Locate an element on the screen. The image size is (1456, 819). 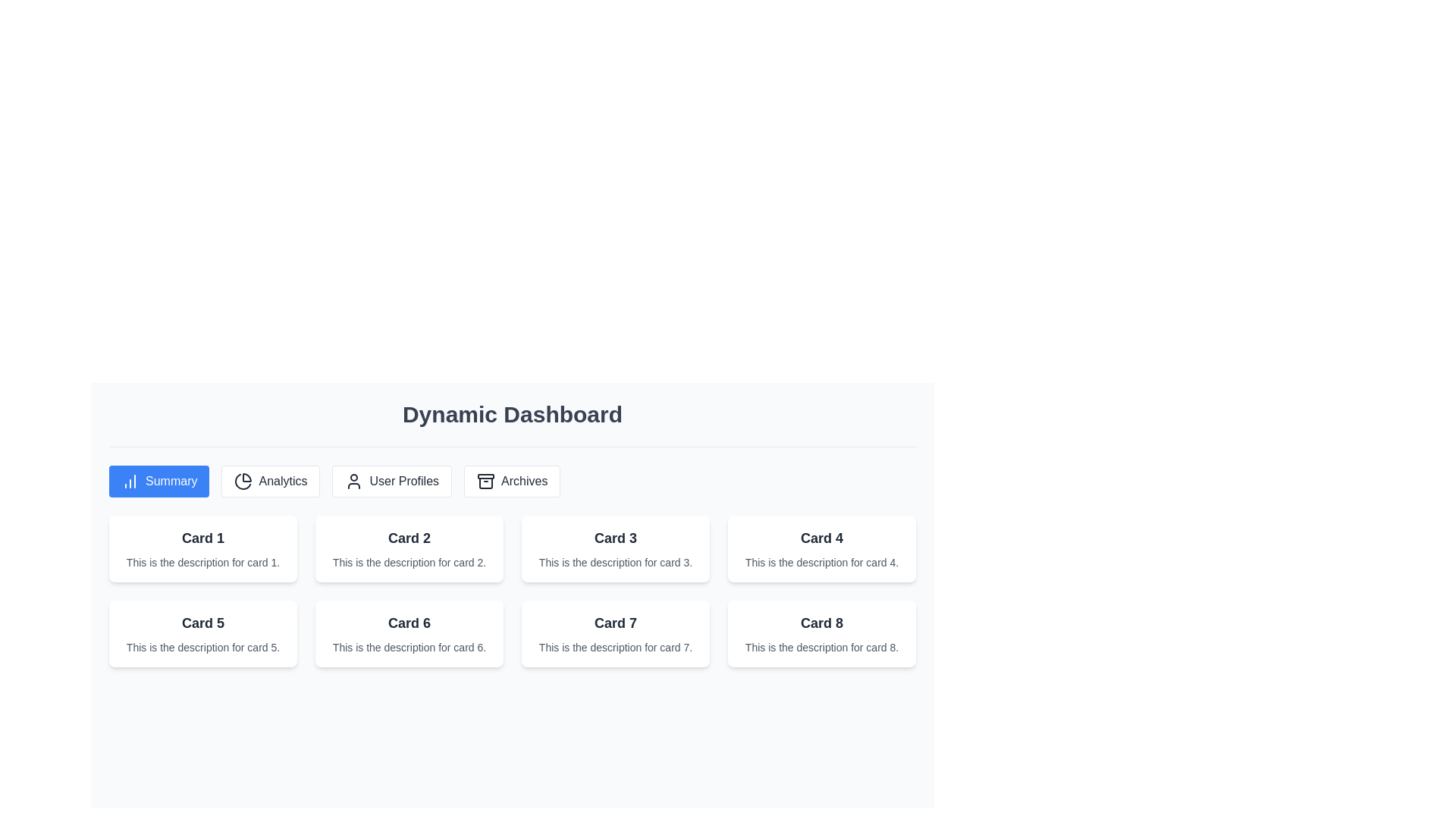
the 'Analytics' button, which is styled with dark text and a pie chart icon, located in the top navigation bar of the interface is located at coordinates (271, 482).